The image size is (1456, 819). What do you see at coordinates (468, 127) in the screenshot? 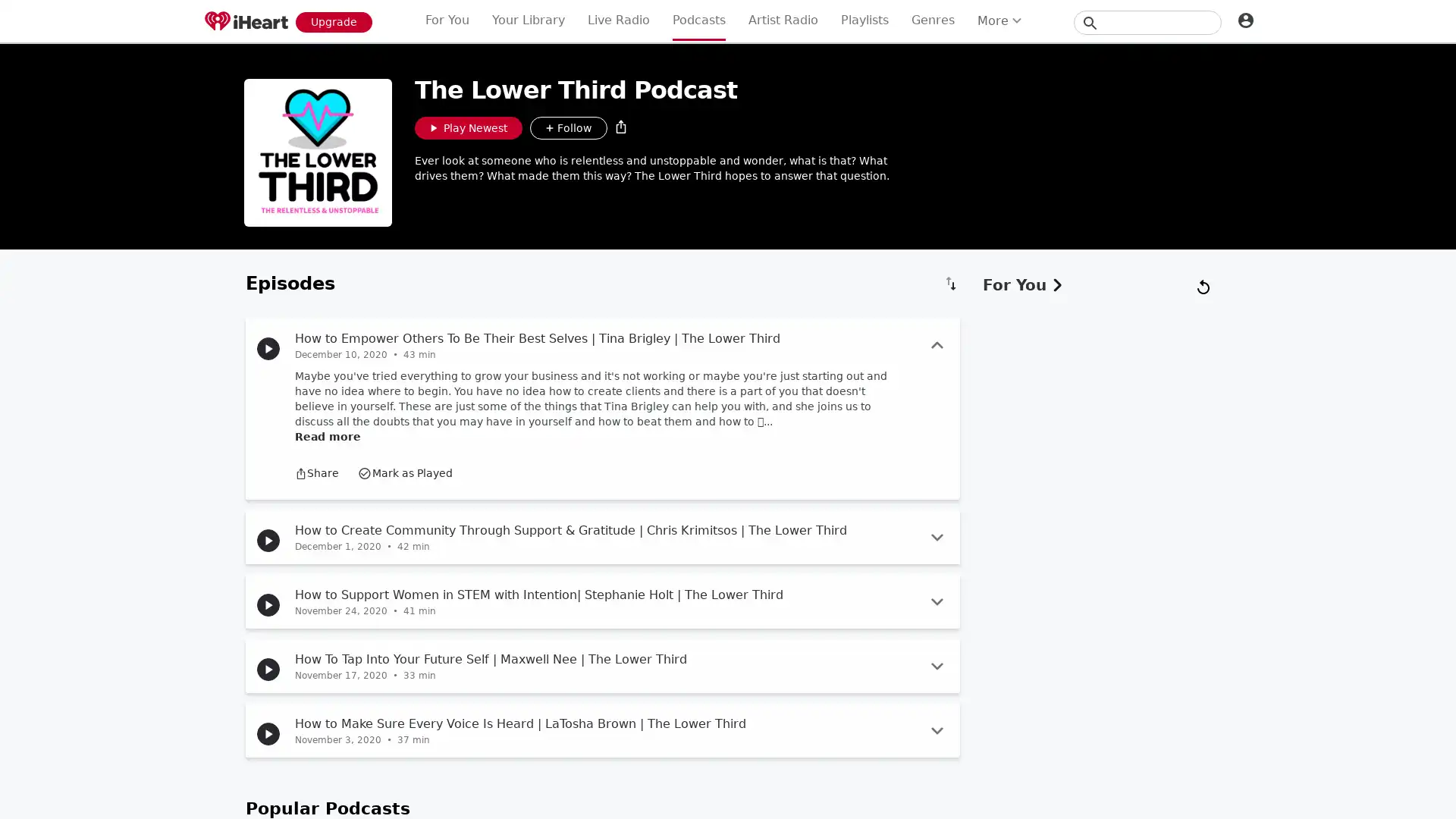
I see `Play Newest` at bounding box center [468, 127].